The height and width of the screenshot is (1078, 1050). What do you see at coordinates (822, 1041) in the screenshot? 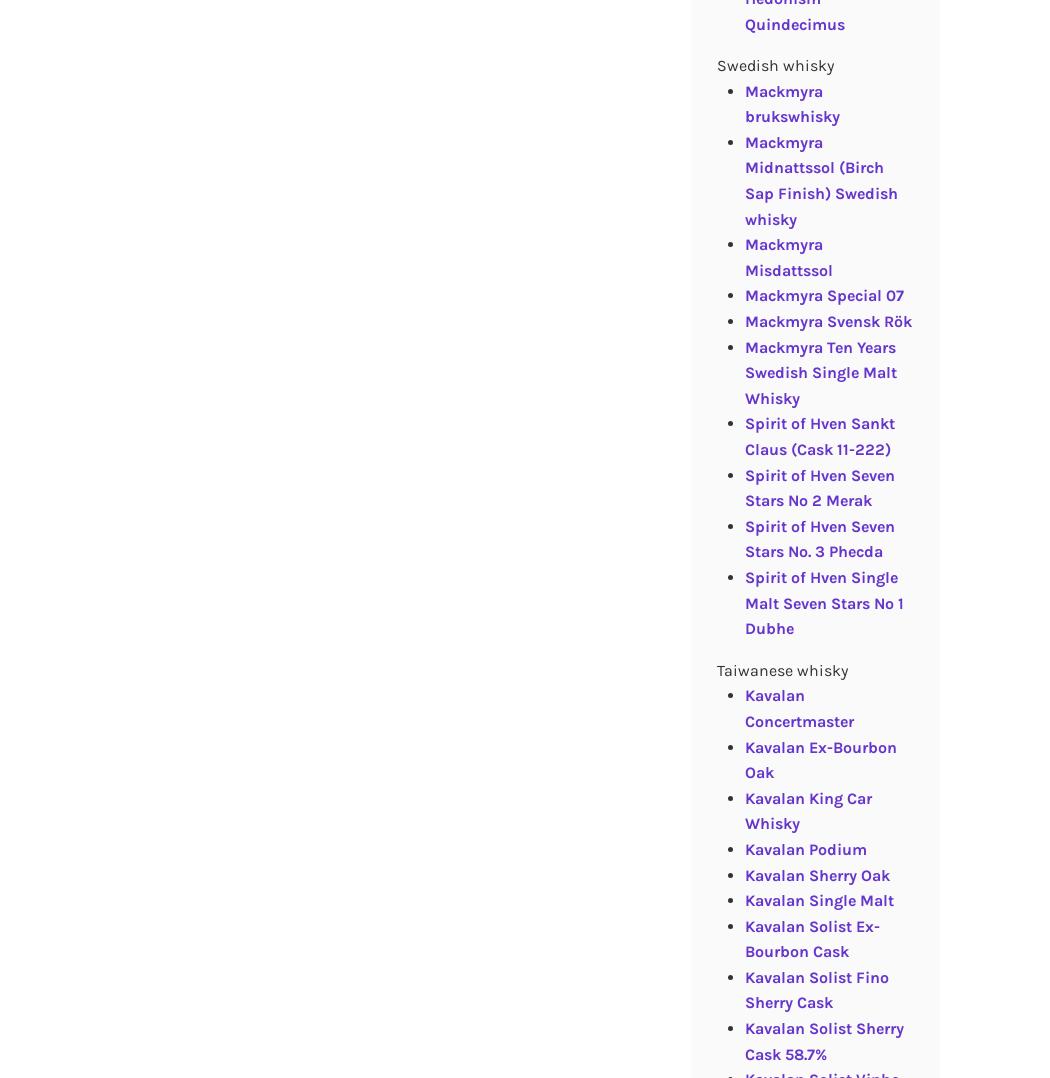
I see `'Kavalan Solist Sherry Cask 58.7%'` at bounding box center [822, 1041].